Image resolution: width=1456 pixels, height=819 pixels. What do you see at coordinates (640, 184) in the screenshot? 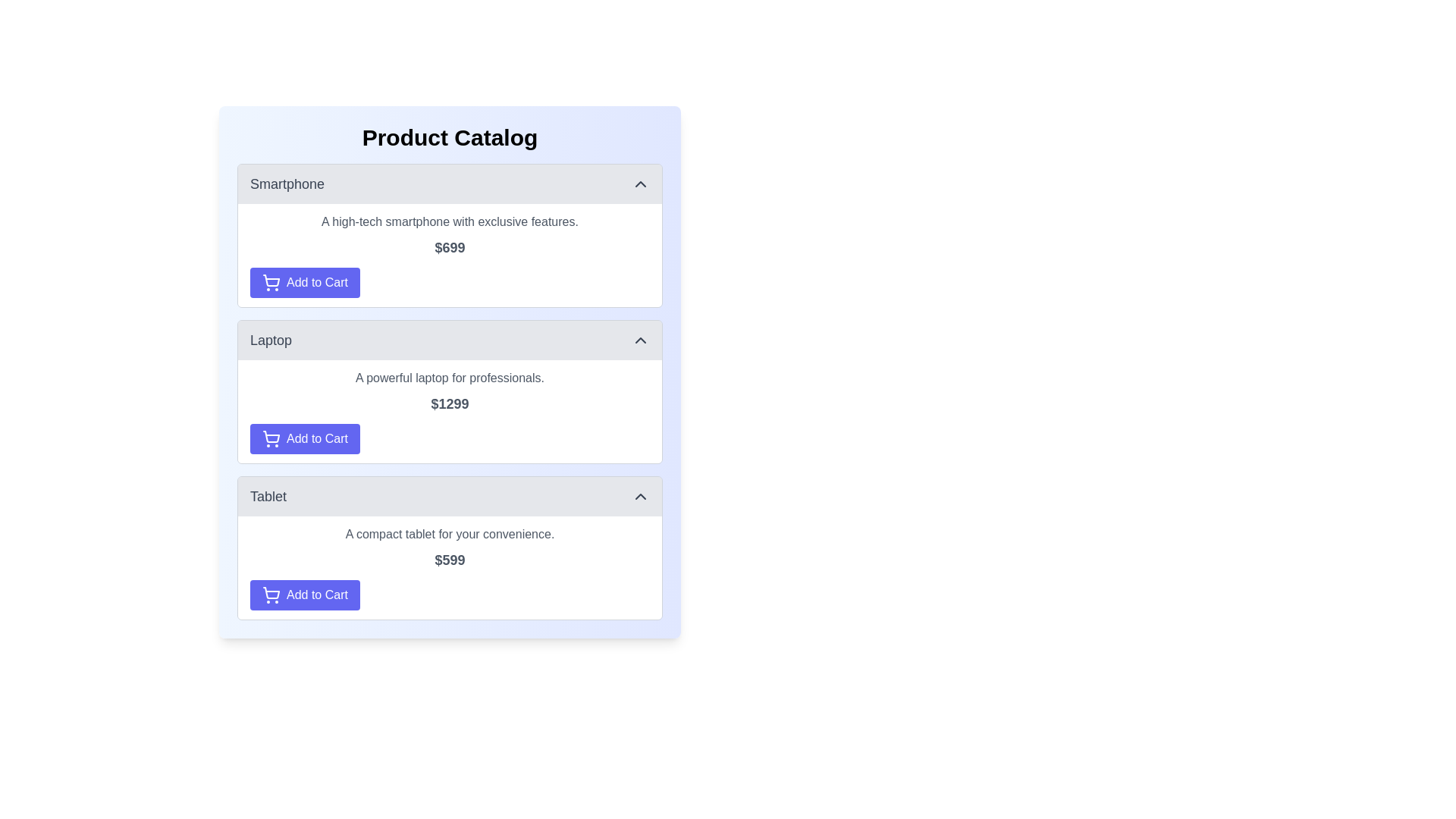
I see `the interactive collapse/expand icon located in the top-right corner of the 'Smartphone' panel` at bounding box center [640, 184].